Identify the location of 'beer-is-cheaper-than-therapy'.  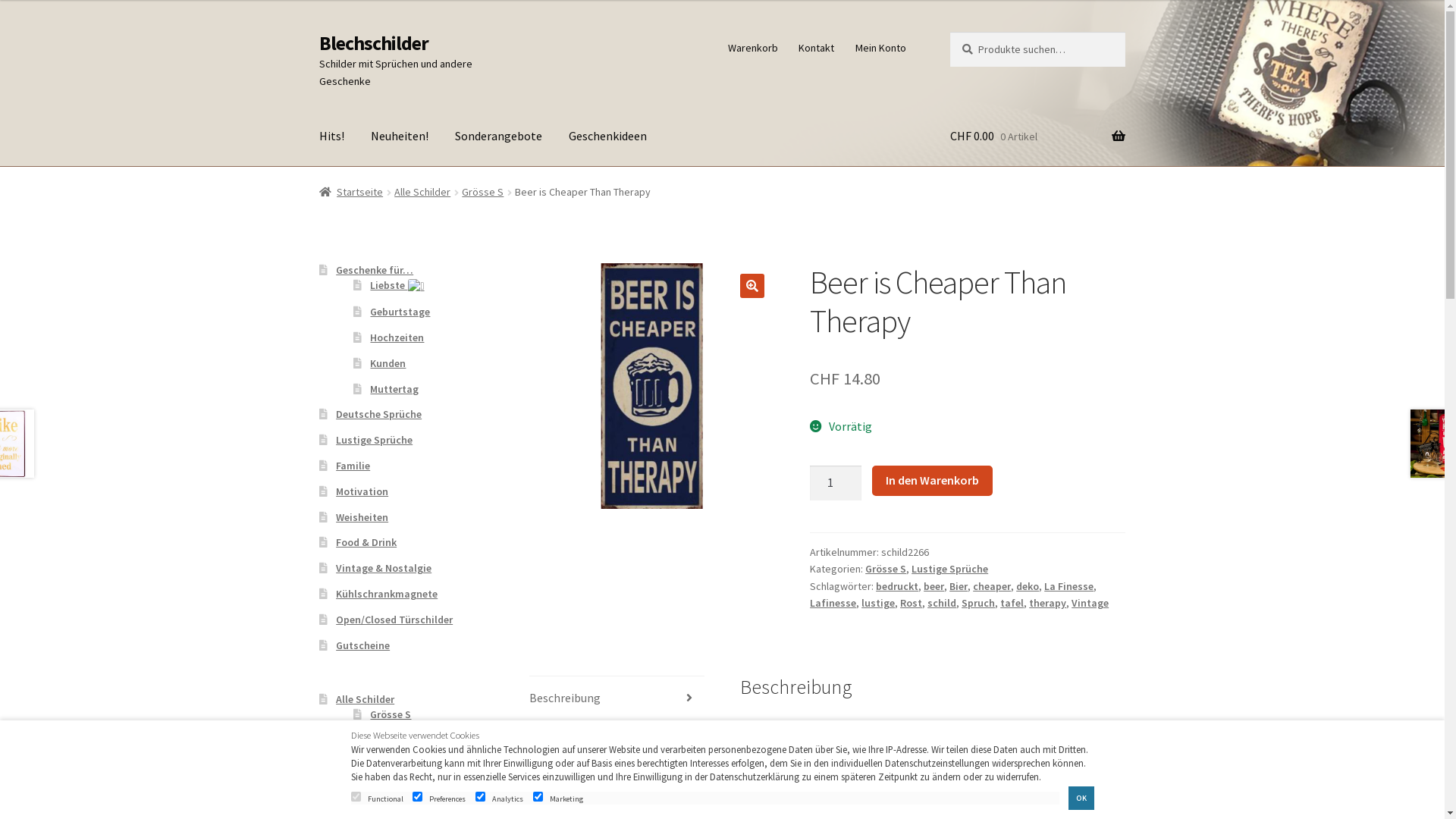
(651, 385).